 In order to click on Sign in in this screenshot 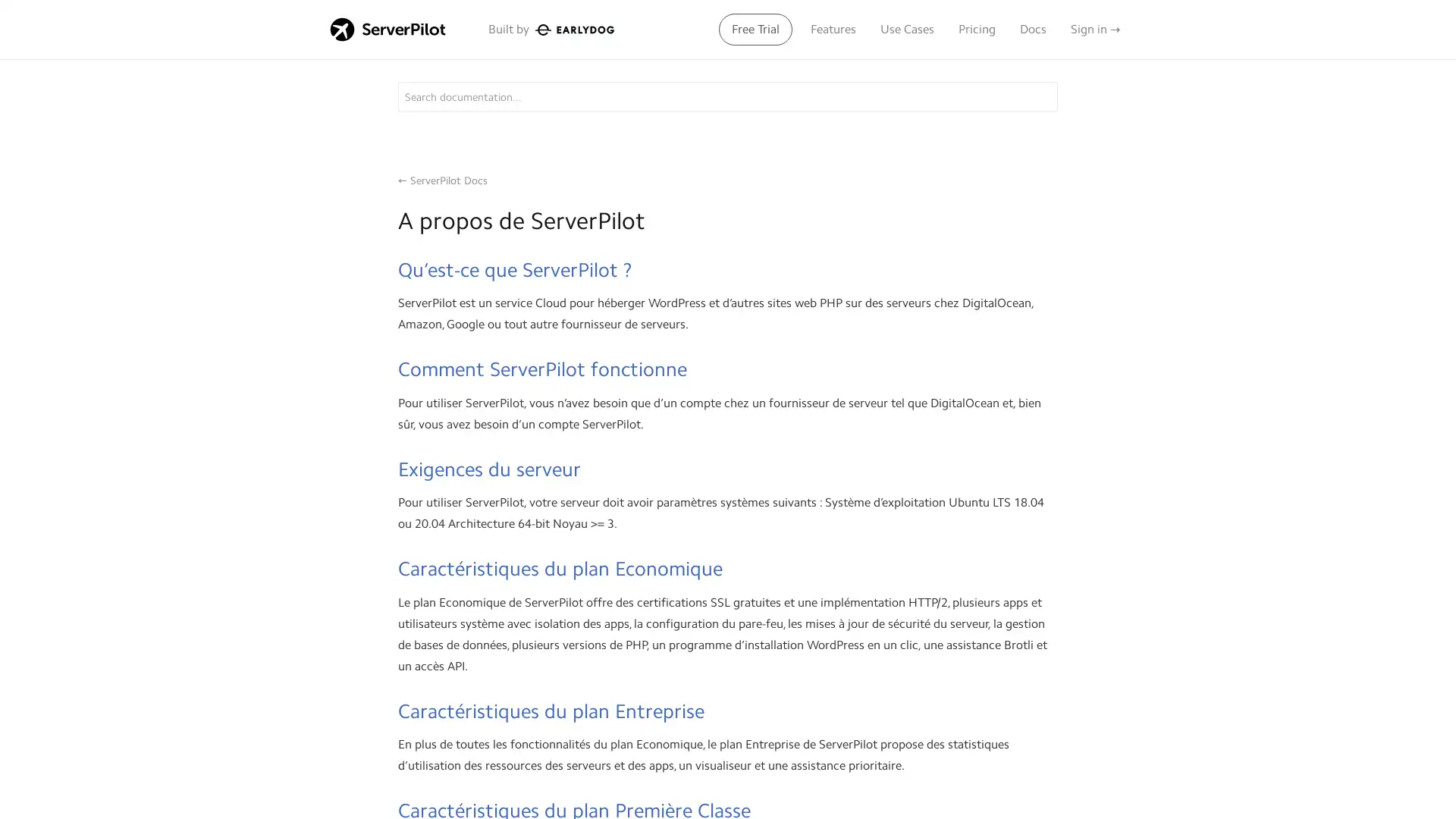, I will do `click(1095, 29)`.